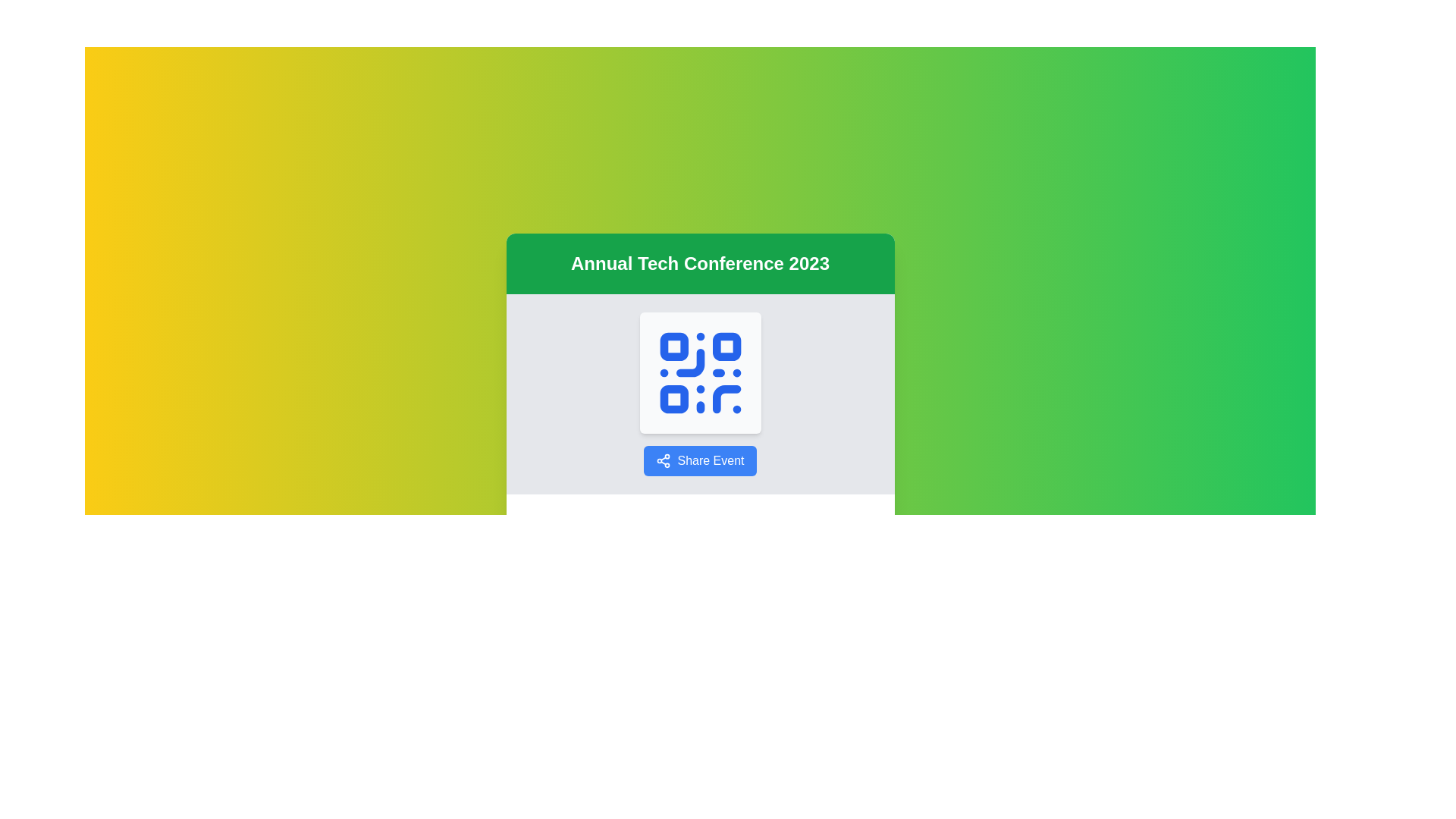 This screenshot has height=819, width=1456. Describe the element at coordinates (673, 398) in the screenshot. I see `the small, blue square-shaped vector shape located at the bottom-left corner of the QR code graphic` at that location.